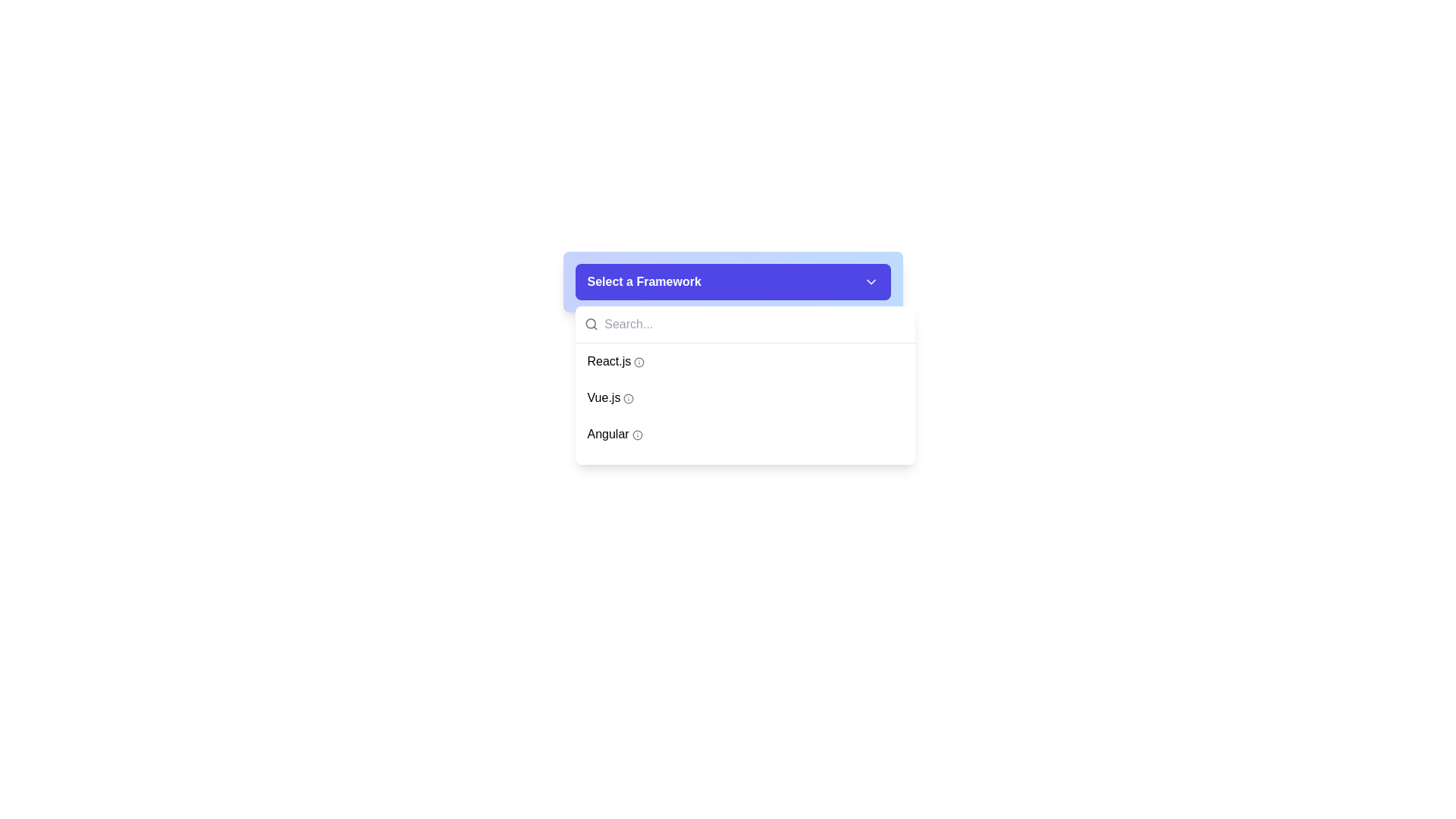 The width and height of the screenshot is (1456, 819). What do you see at coordinates (733, 281) in the screenshot?
I see `the Dropdown selector button located at the top-central position of the dropdown interface` at bounding box center [733, 281].